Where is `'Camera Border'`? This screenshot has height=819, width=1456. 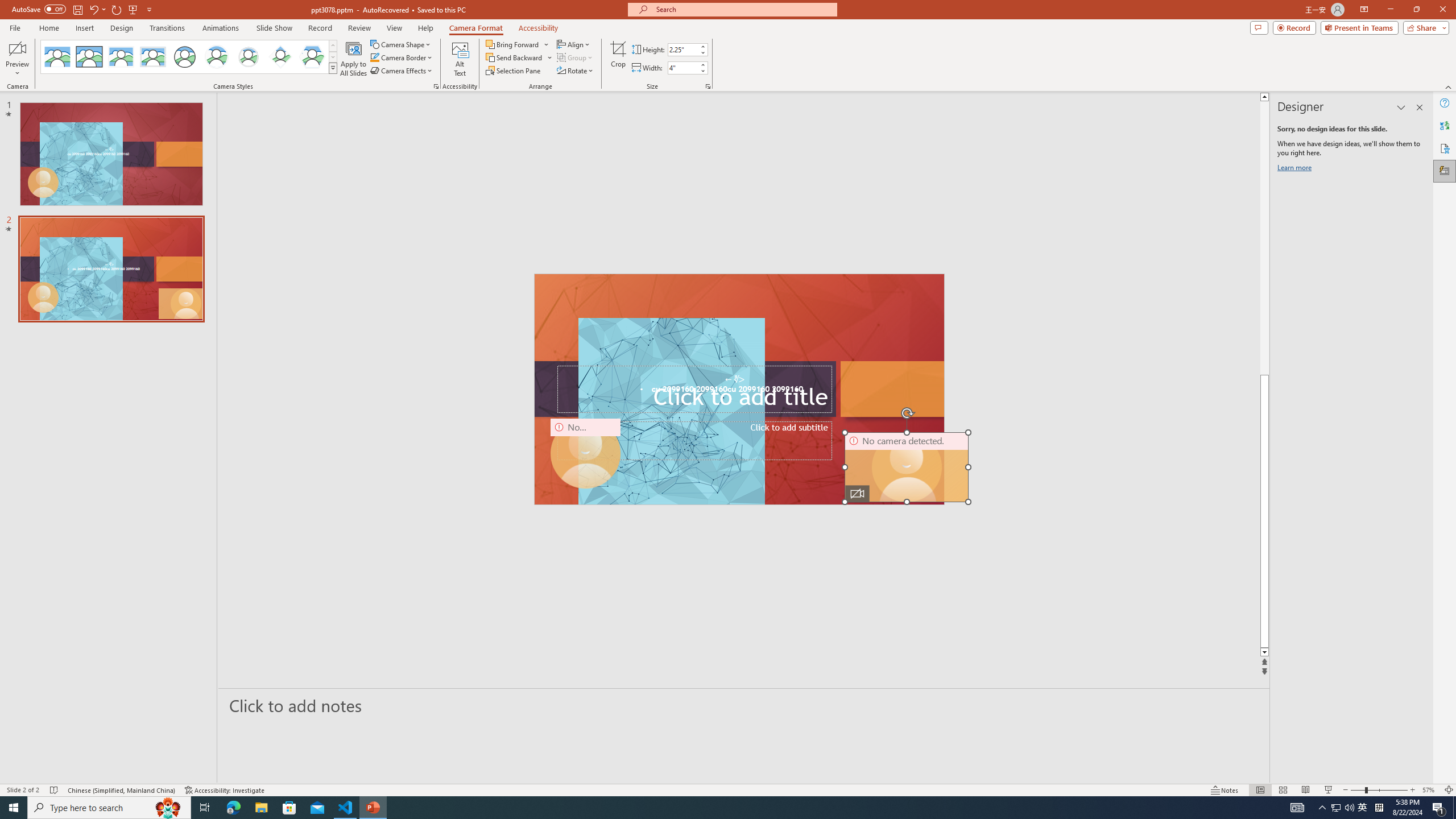 'Camera Border' is located at coordinates (401, 56).